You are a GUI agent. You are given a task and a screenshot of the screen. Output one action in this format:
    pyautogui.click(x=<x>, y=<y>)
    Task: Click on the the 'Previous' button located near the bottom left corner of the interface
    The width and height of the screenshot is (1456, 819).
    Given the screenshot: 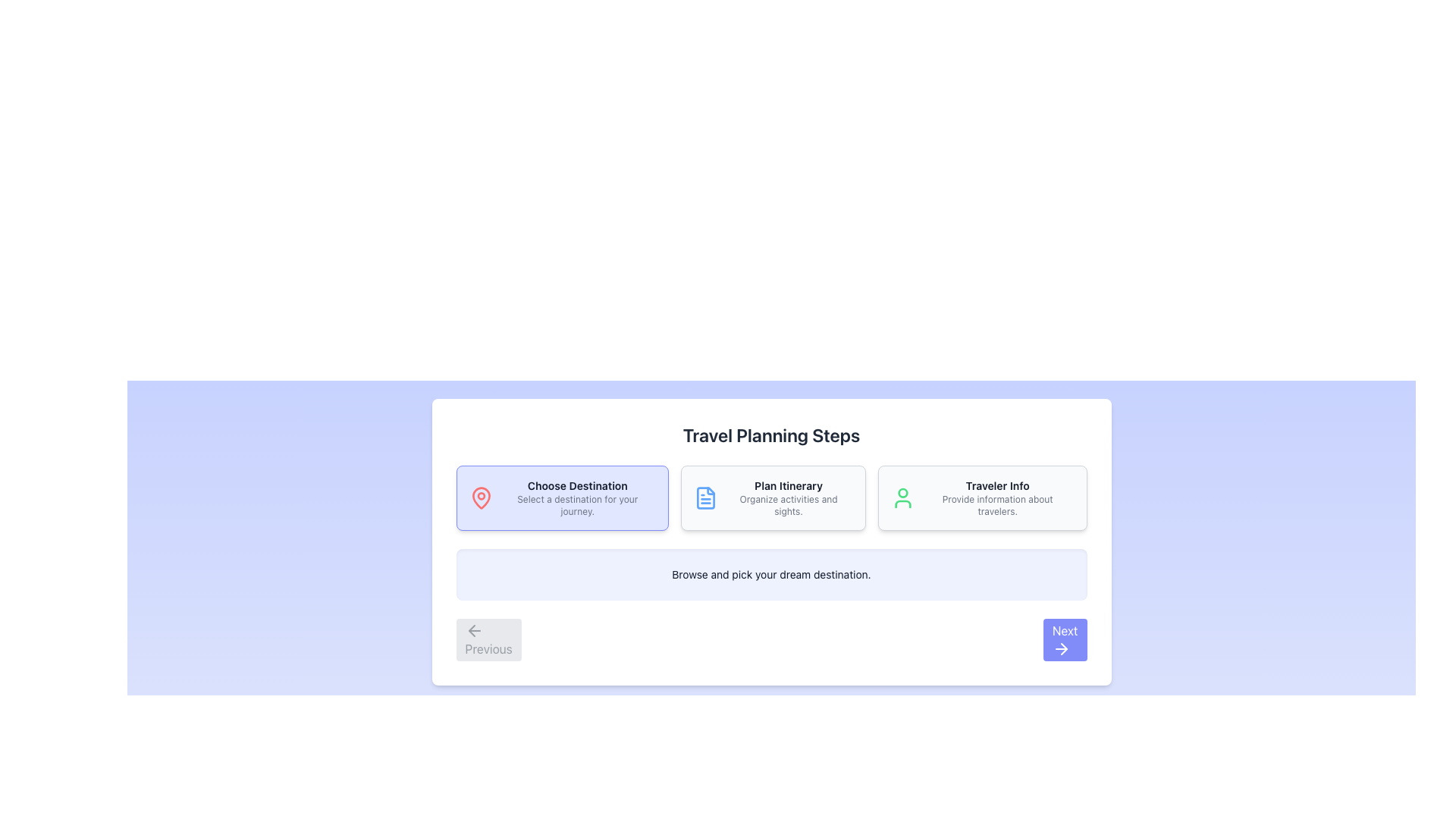 What is the action you would take?
    pyautogui.click(x=488, y=640)
    